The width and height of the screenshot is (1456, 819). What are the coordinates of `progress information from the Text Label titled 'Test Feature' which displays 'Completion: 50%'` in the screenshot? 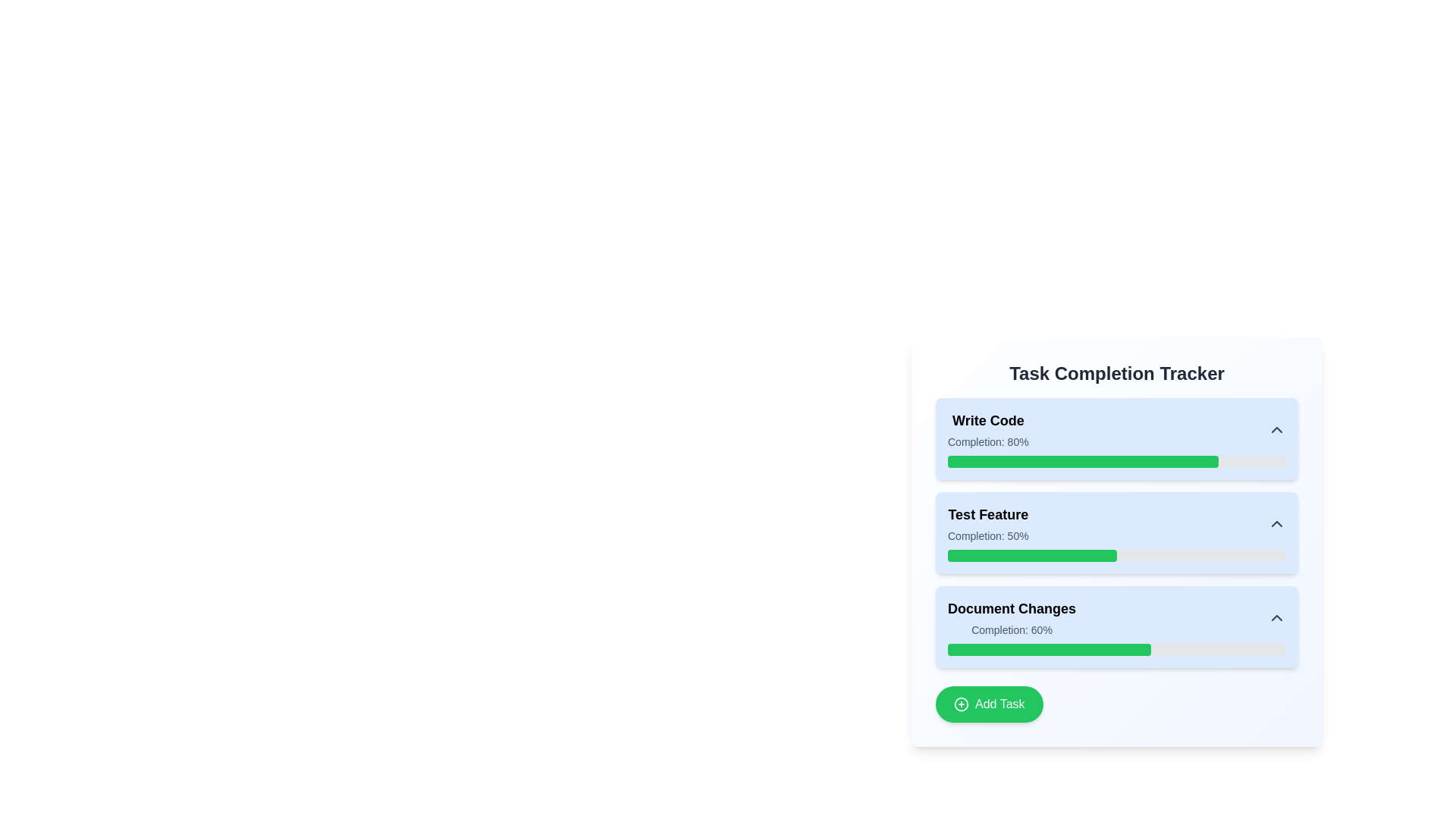 It's located at (988, 522).